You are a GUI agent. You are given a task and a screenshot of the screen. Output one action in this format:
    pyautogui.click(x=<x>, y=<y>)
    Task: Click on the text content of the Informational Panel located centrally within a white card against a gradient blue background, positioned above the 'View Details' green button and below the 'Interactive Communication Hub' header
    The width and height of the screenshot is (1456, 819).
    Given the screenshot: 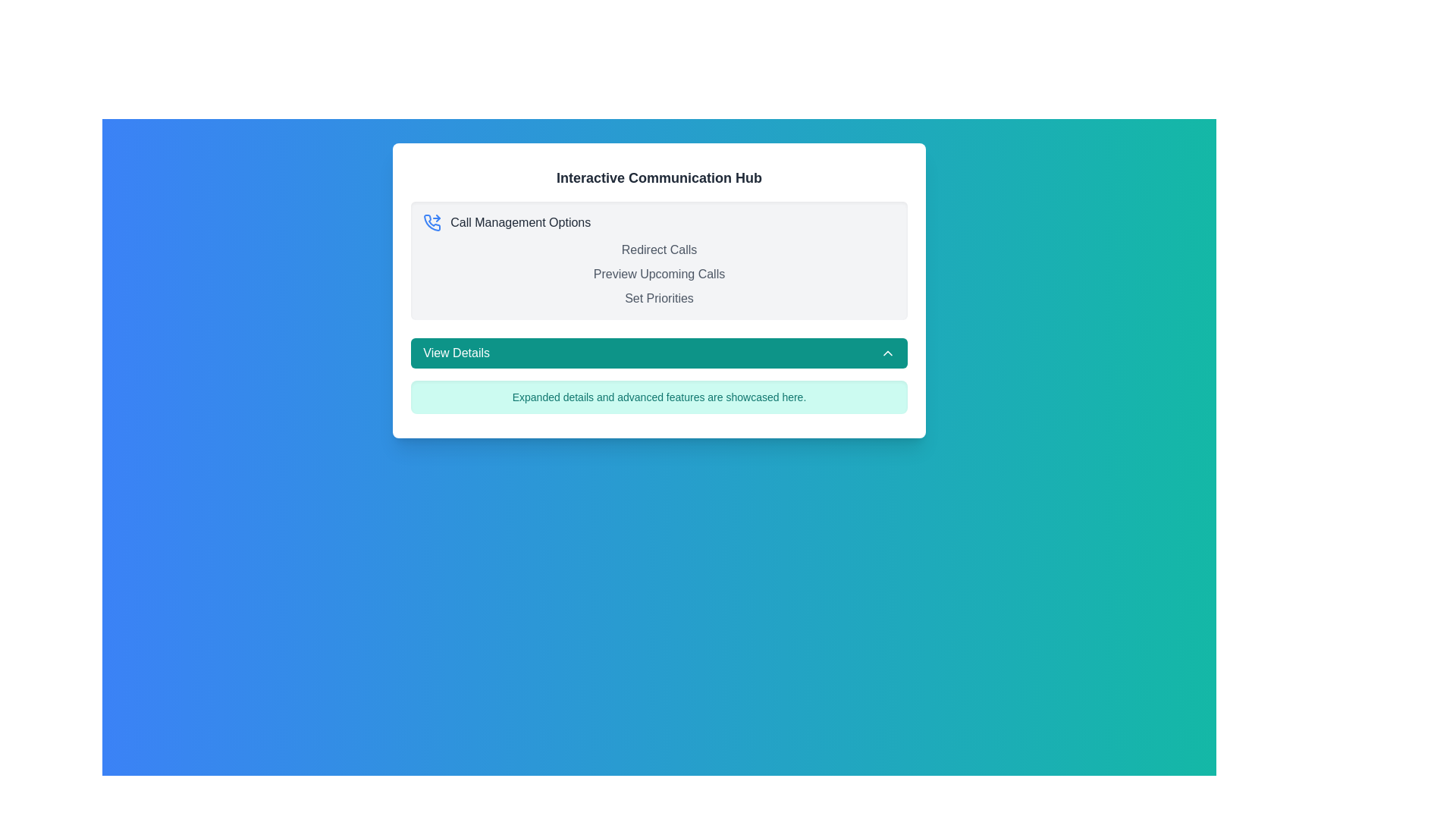 What is the action you would take?
    pyautogui.click(x=659, y=260)
    